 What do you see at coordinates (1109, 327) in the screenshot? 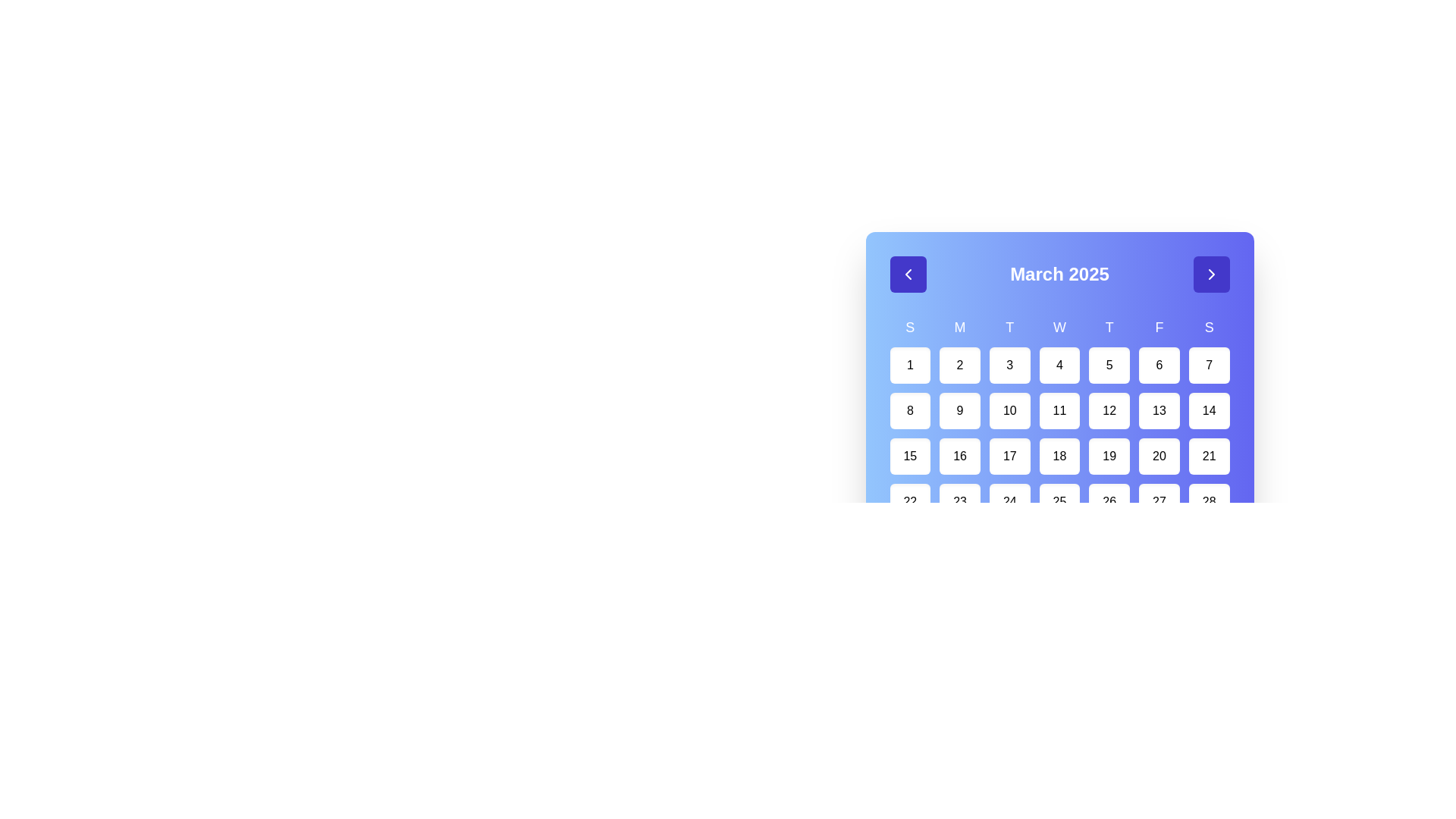
I see `the white uppercase letter 'T' text label, which is styled with a large font size and located in the fifth column of the first row of a calendar-like grid, between 'W' and 'F'` at bounding box center [1109, 327].